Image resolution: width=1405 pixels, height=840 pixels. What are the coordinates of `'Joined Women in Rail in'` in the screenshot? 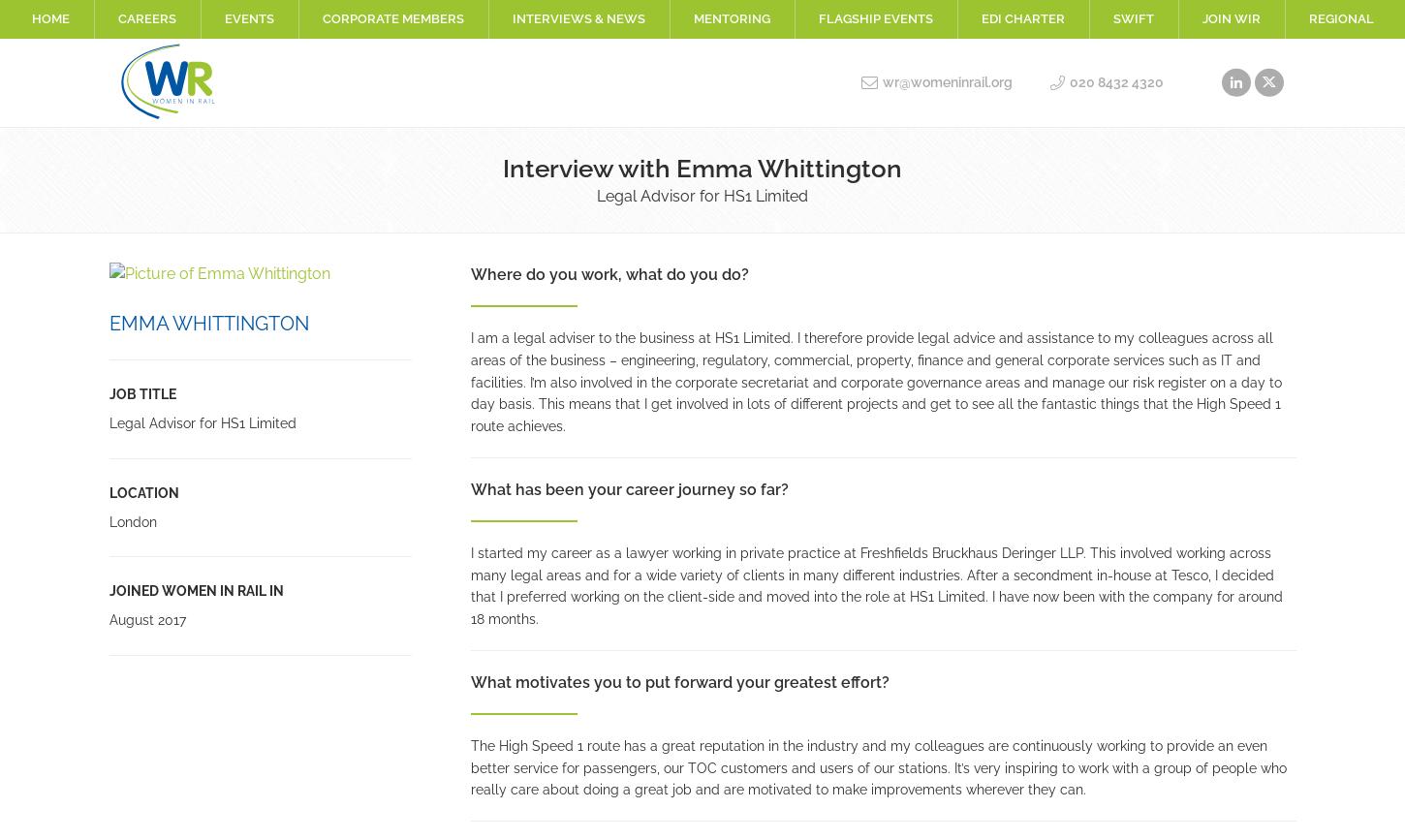 It's located at (108, 590).